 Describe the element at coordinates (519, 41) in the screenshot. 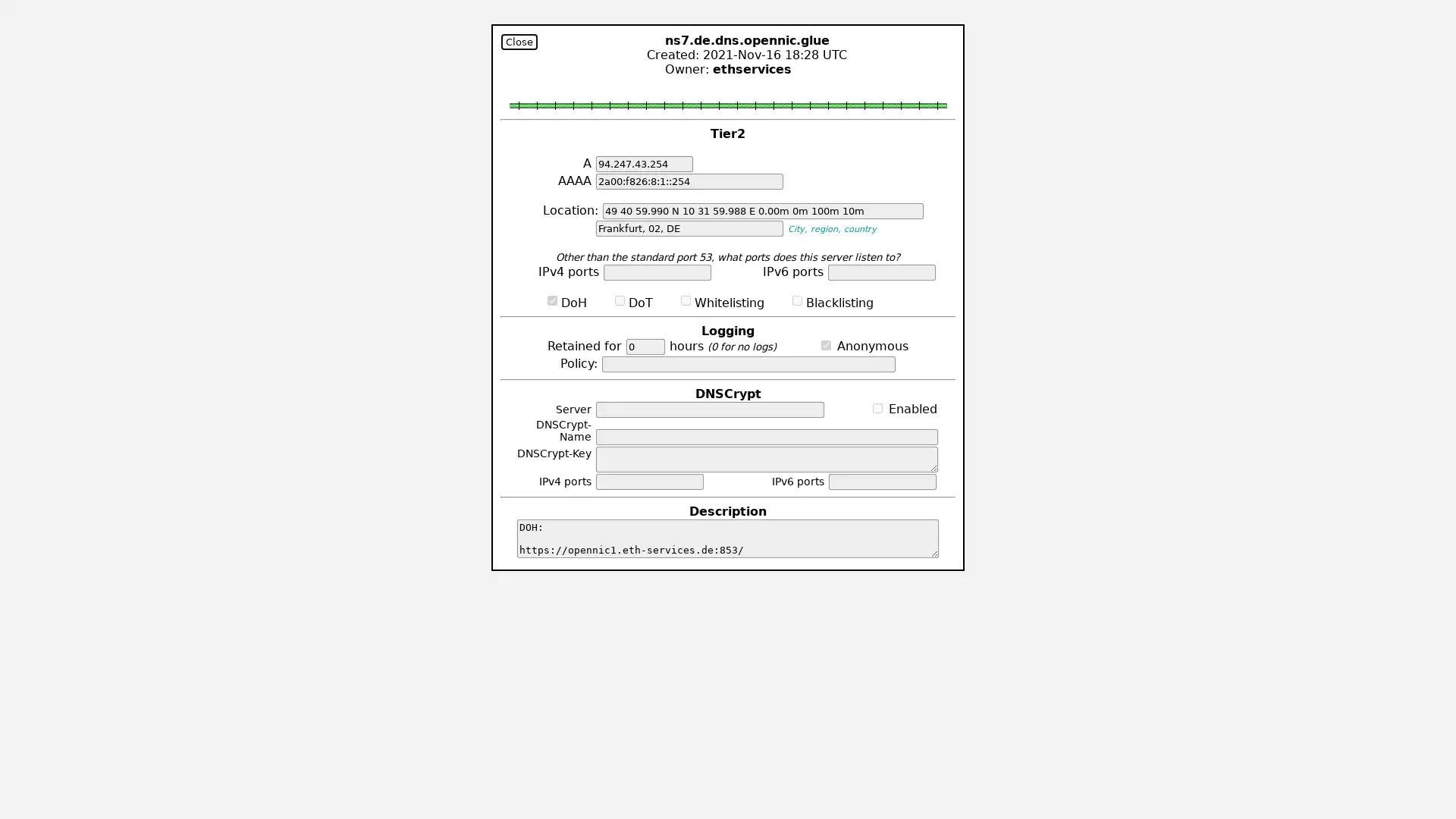

I see `Close` at that location.